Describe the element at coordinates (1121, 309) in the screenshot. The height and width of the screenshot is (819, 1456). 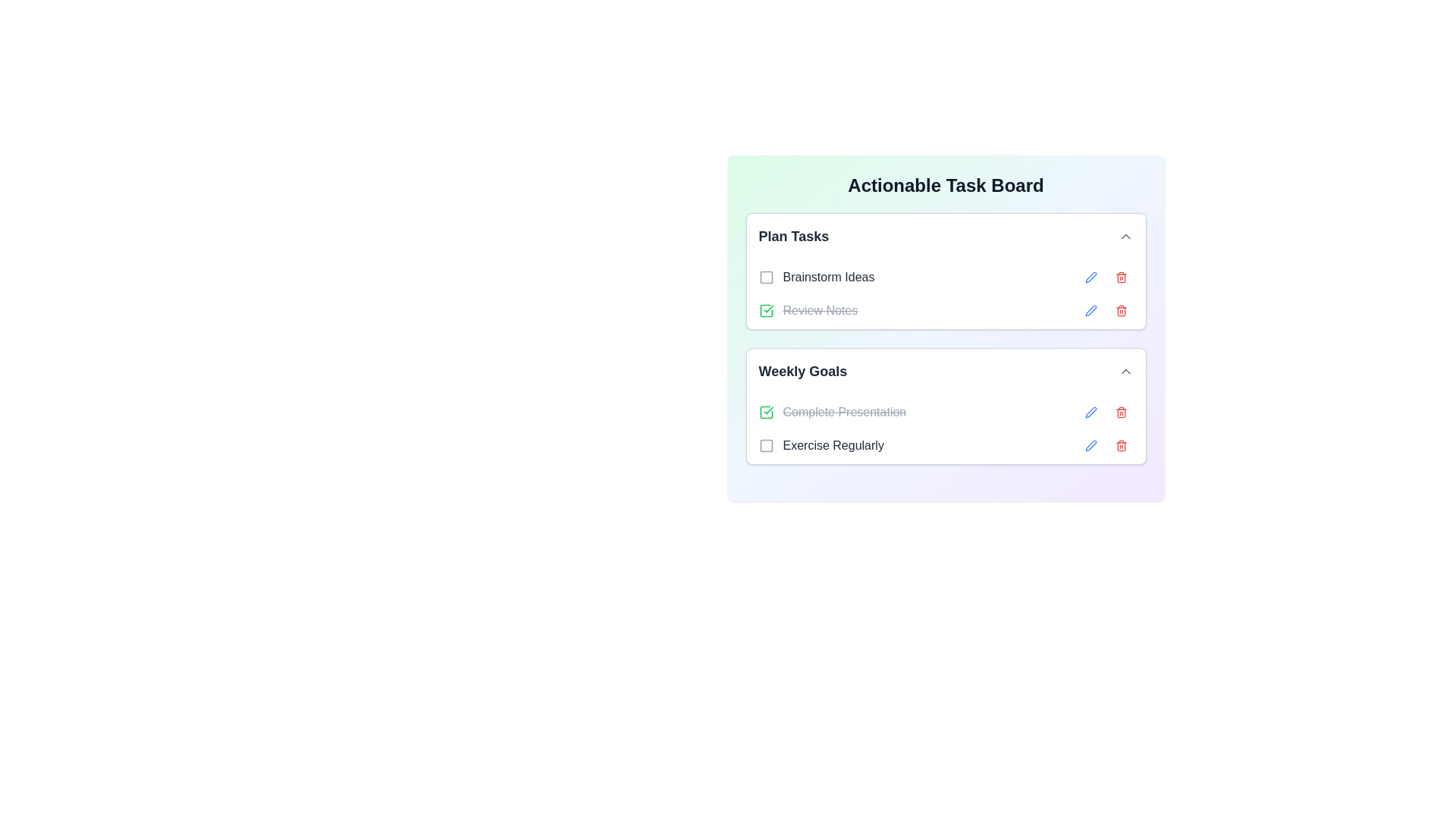
I see `the red trash icon button, which is the second interactive button in the group of action buttons aligned to the right of the 'Review Notes' task in the 'Plan Tasks' section` at that location.